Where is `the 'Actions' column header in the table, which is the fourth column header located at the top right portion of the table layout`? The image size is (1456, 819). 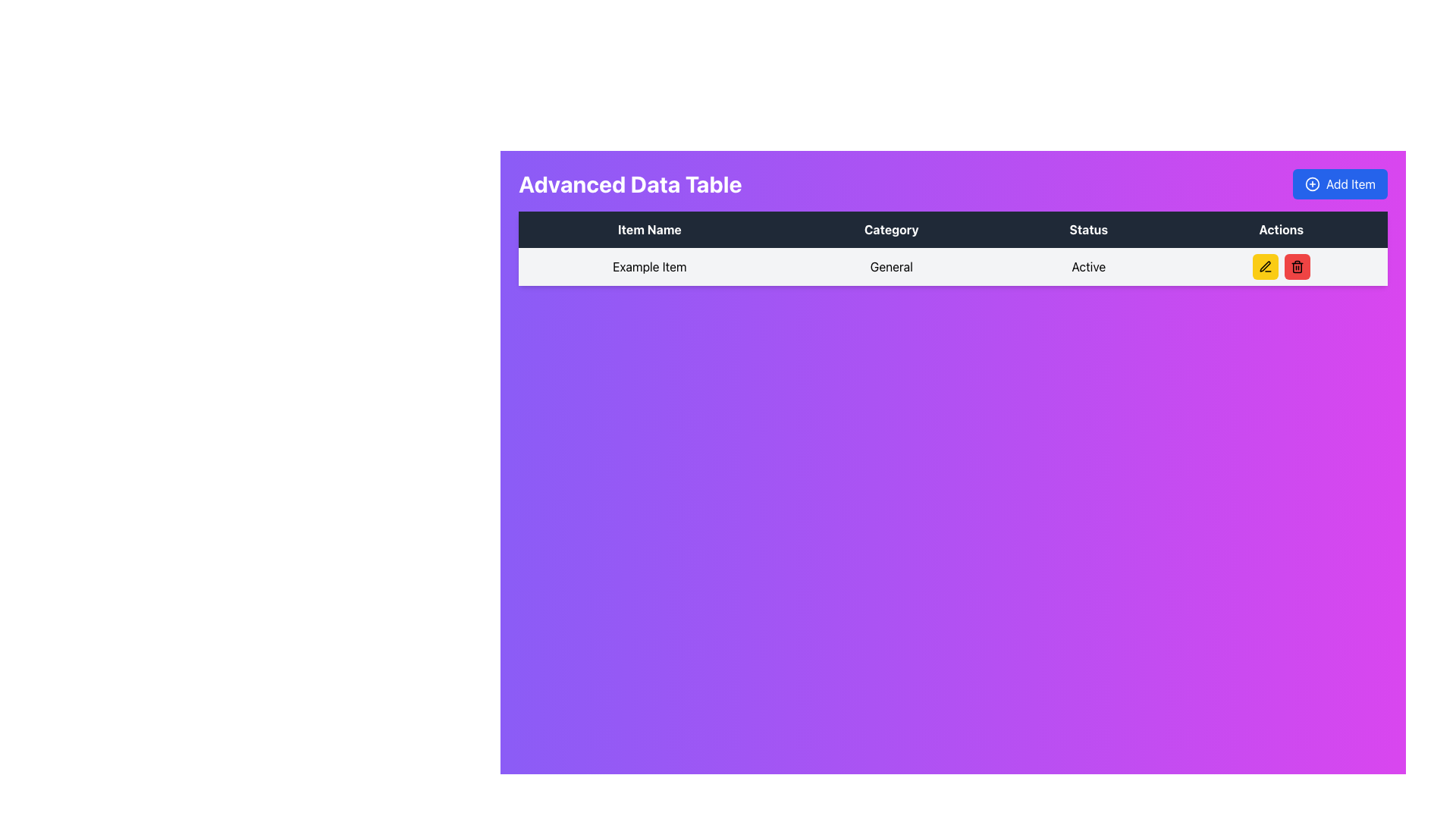 the 'Actions' column header in the table, which is the fourth column header located at the top right portion of the table layout is located at coordinates (1280, 230).